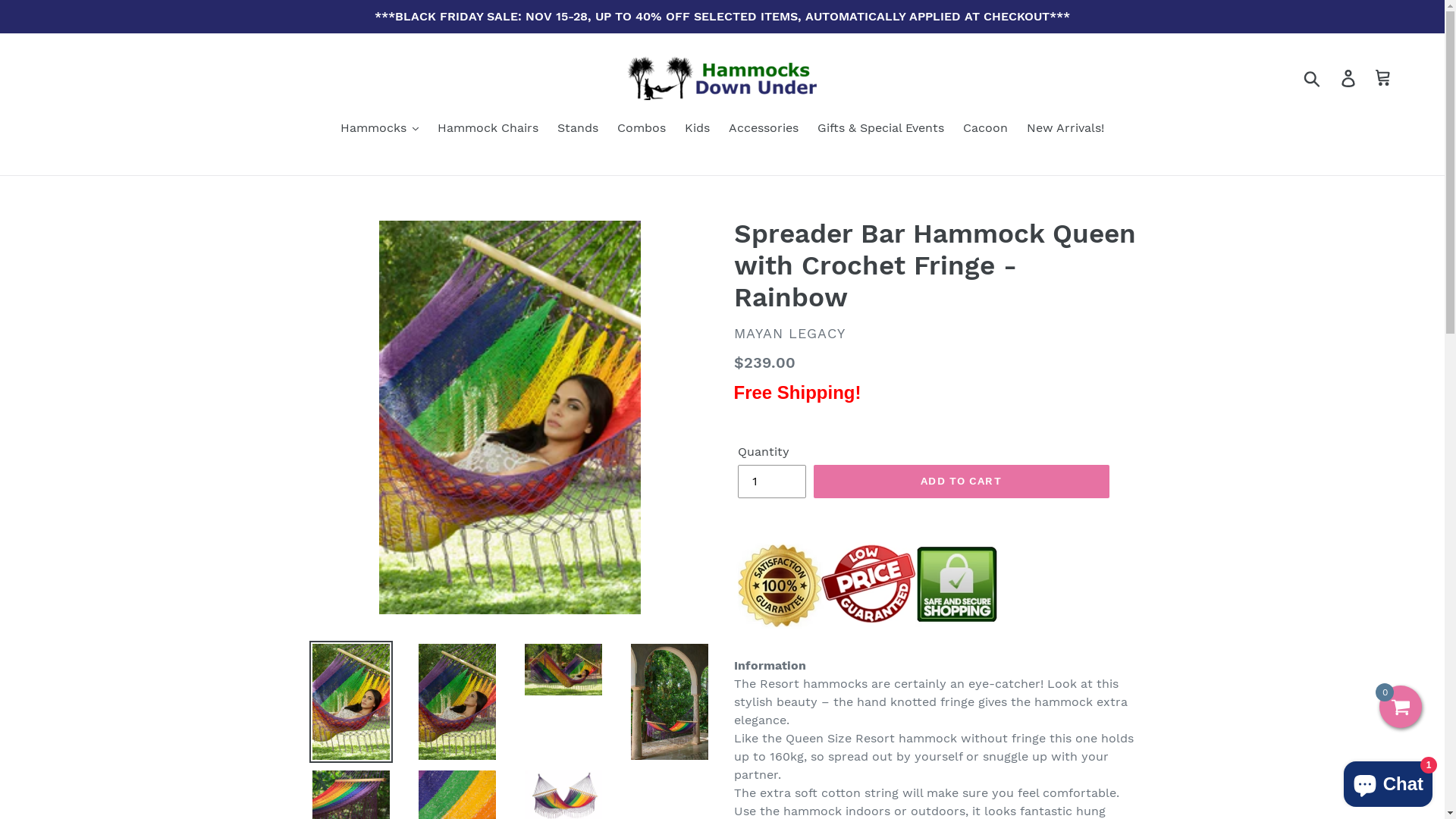  What do you see at coordinates (1312, 78) in the screenshot?
I see `'Submit'` at bounding box center [1312, 78].